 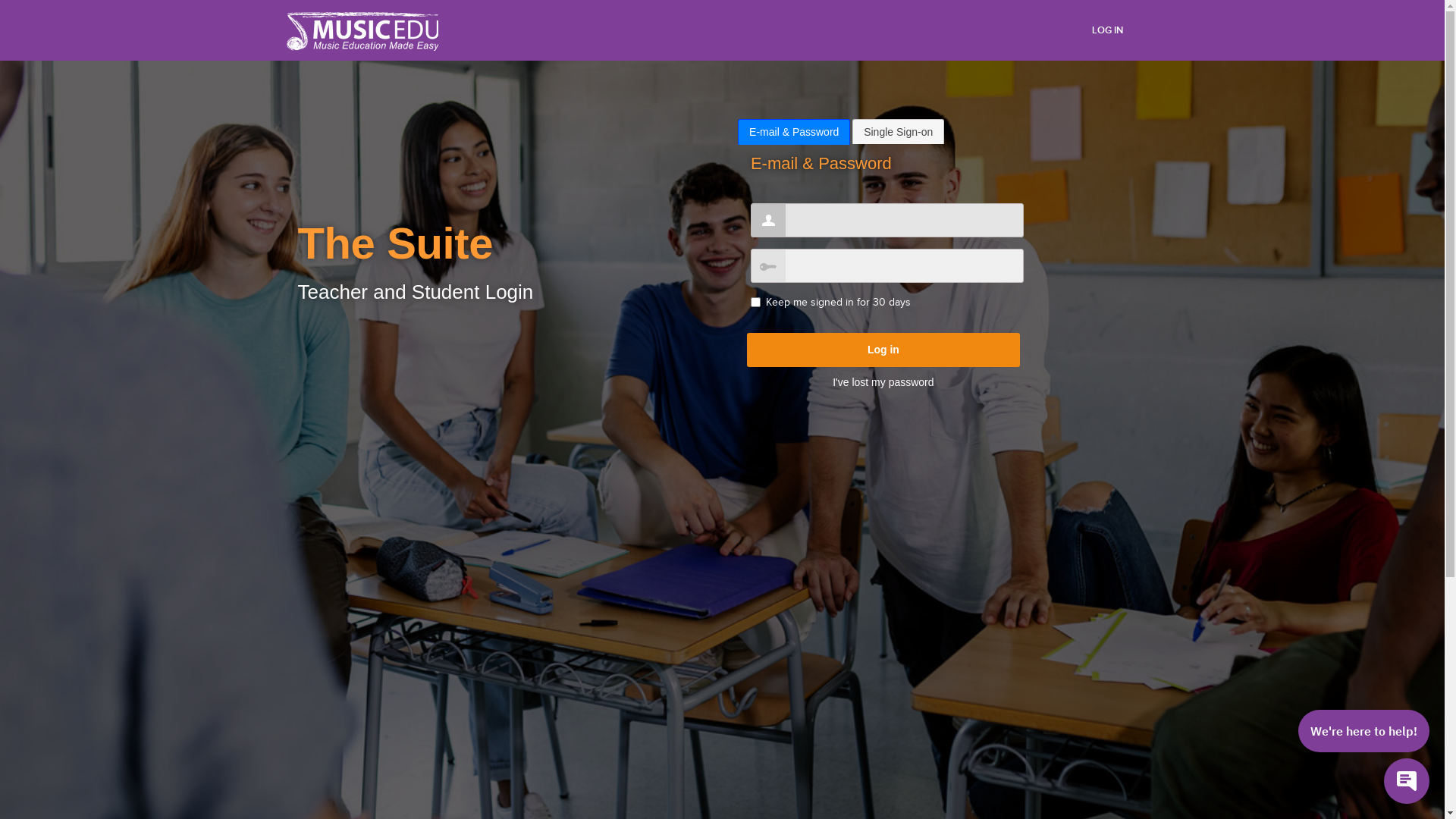 I want to click on 'Log in', so click(x=883, y=350).